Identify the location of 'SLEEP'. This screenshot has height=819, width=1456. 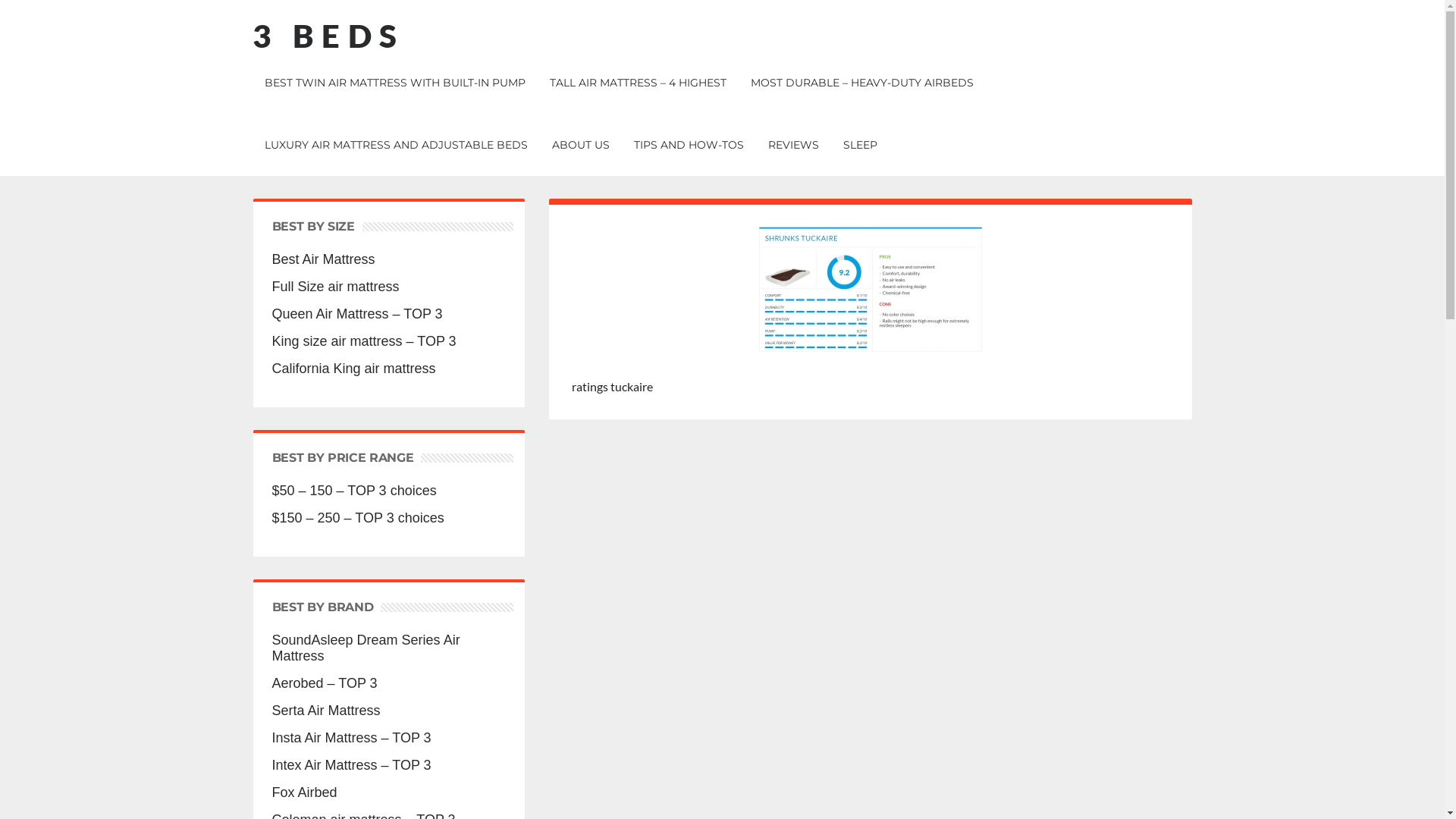
(860, 145).